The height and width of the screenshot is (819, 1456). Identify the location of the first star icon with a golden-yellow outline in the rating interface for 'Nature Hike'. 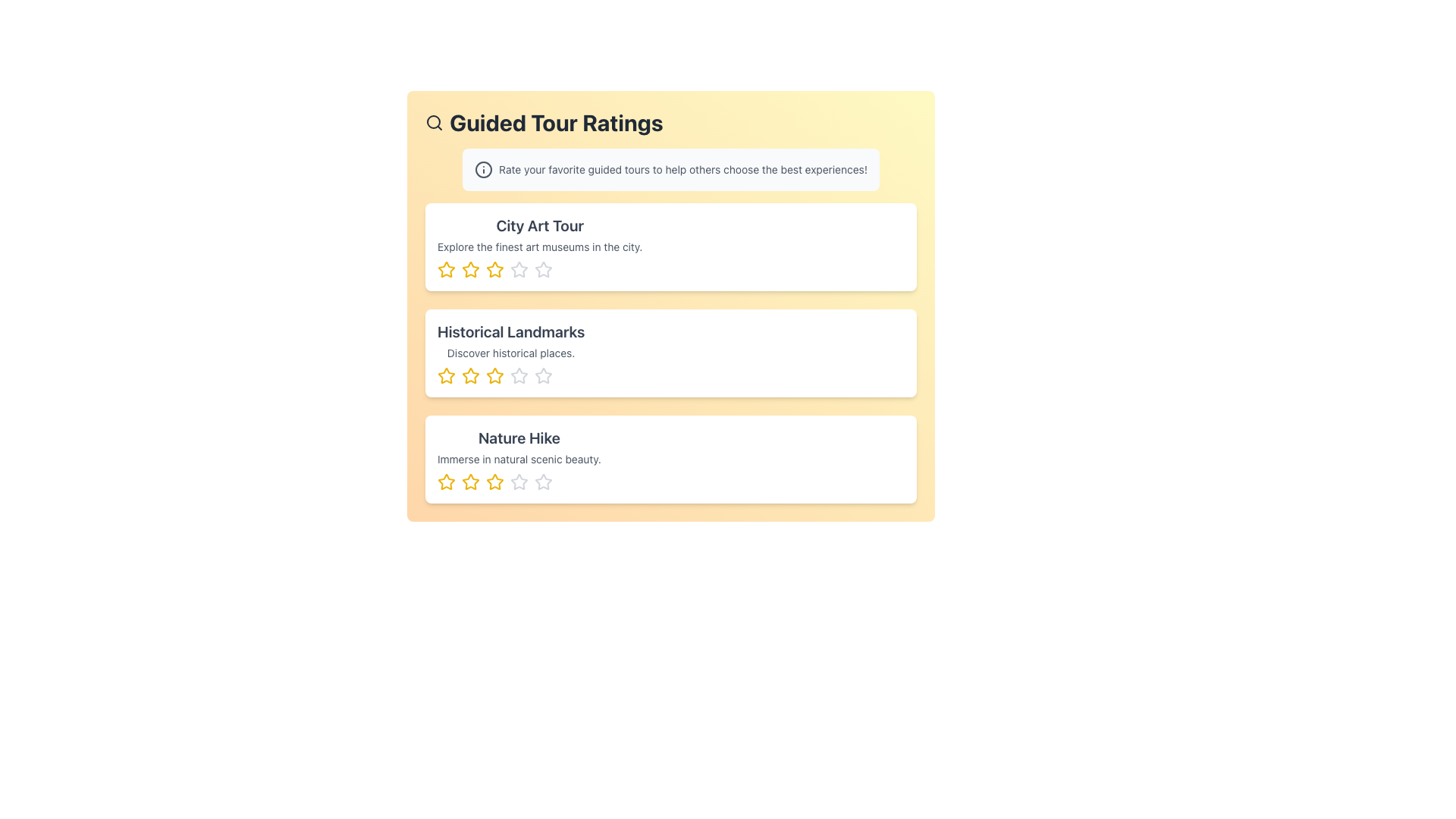
(445, 482).